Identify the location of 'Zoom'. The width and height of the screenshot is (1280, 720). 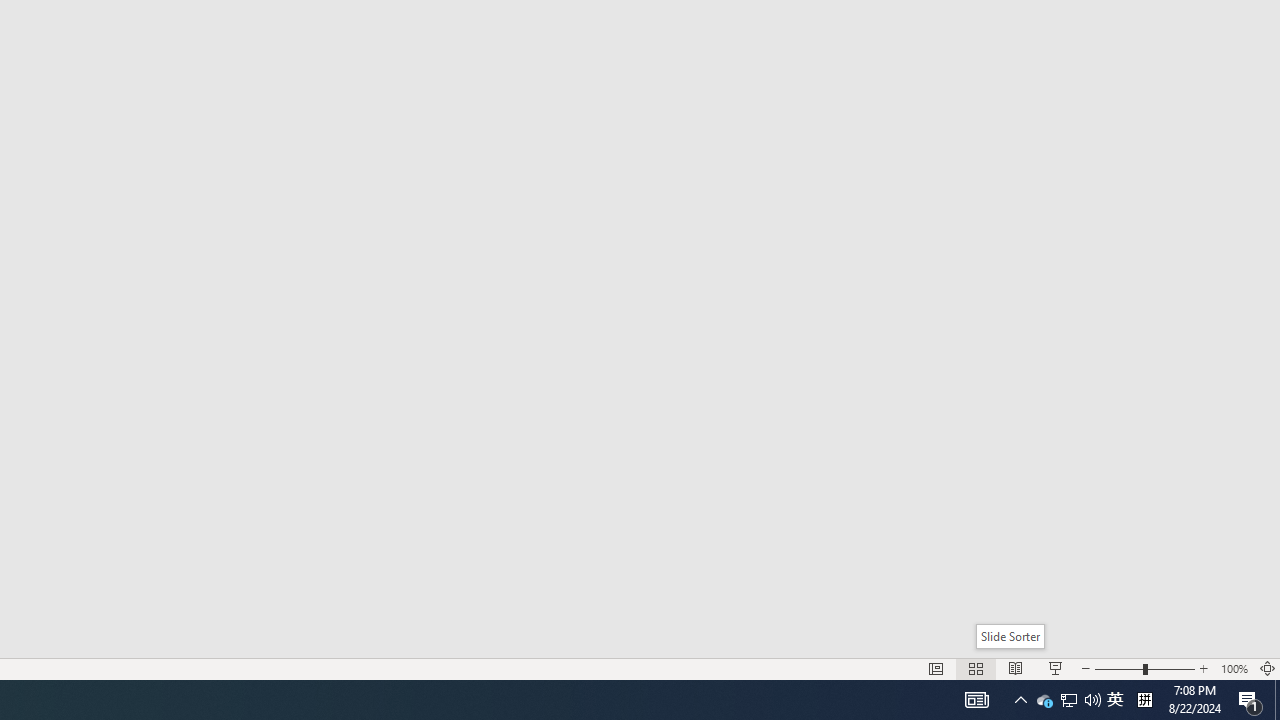
(1144, 669).